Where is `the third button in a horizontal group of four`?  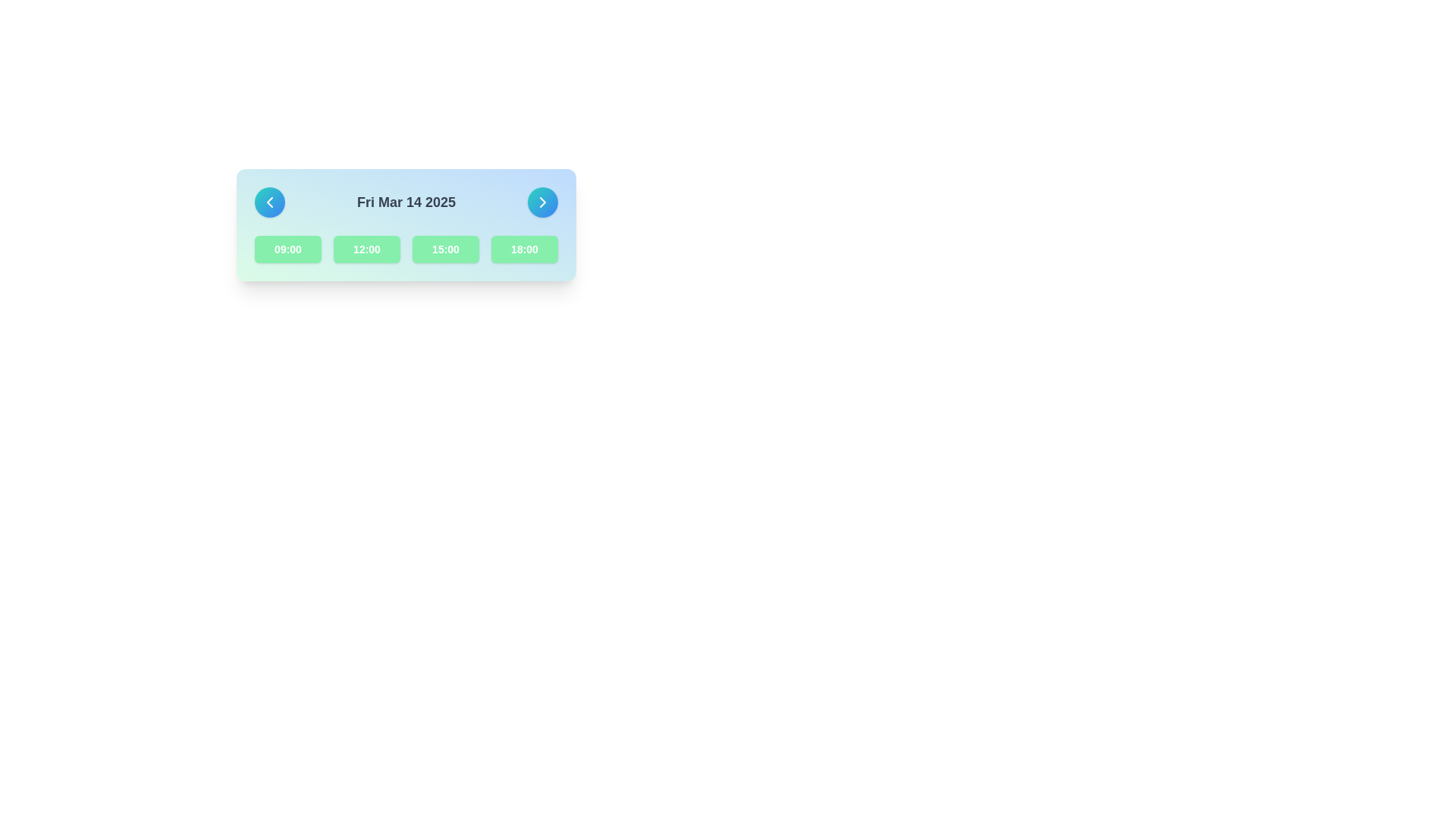
the third button in a horizontal group of four is located at coordinates (445, 248).